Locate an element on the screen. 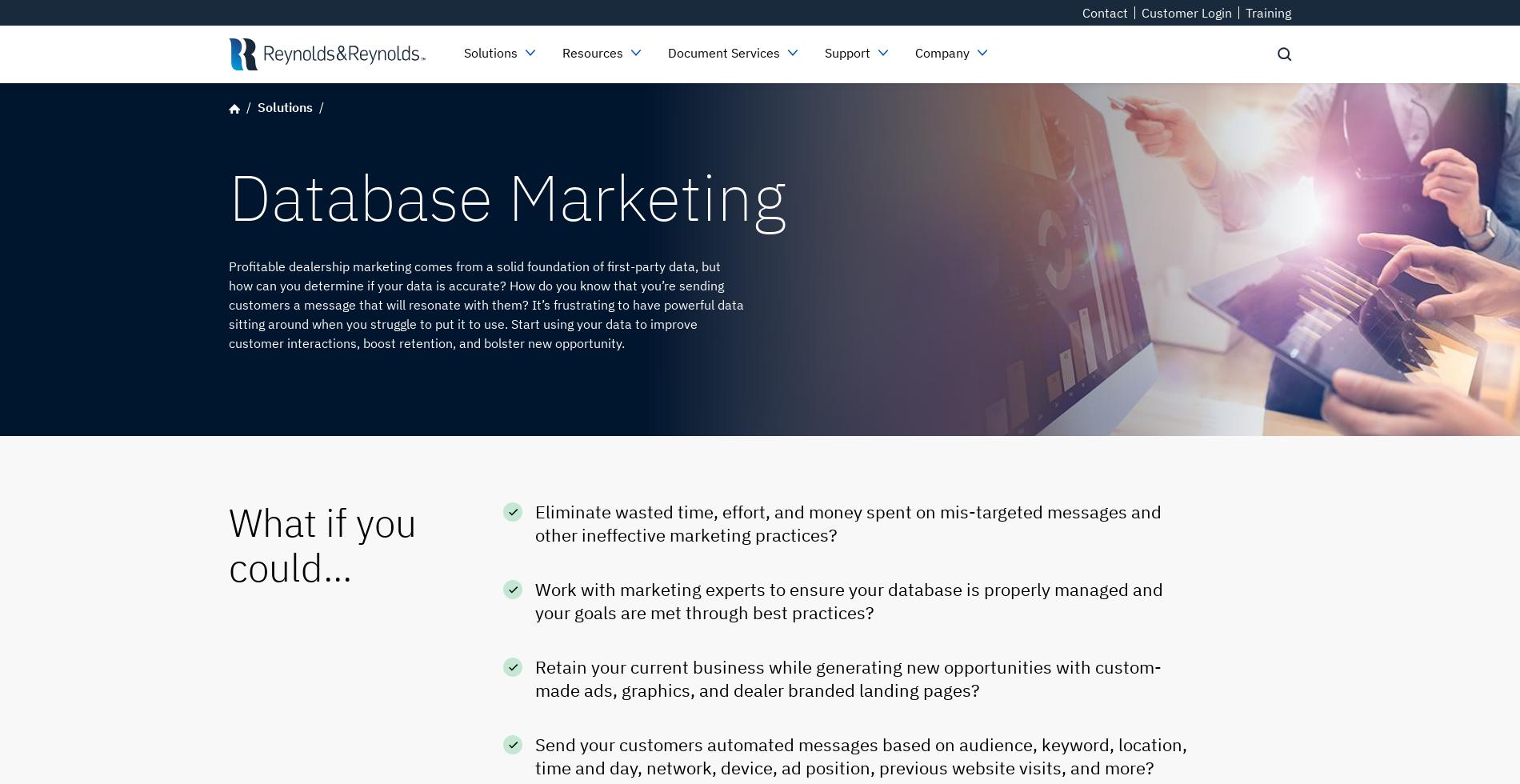 The height and width of the screenshot is (784, 1520). 'Training' is located at coordinates (1246, 12).